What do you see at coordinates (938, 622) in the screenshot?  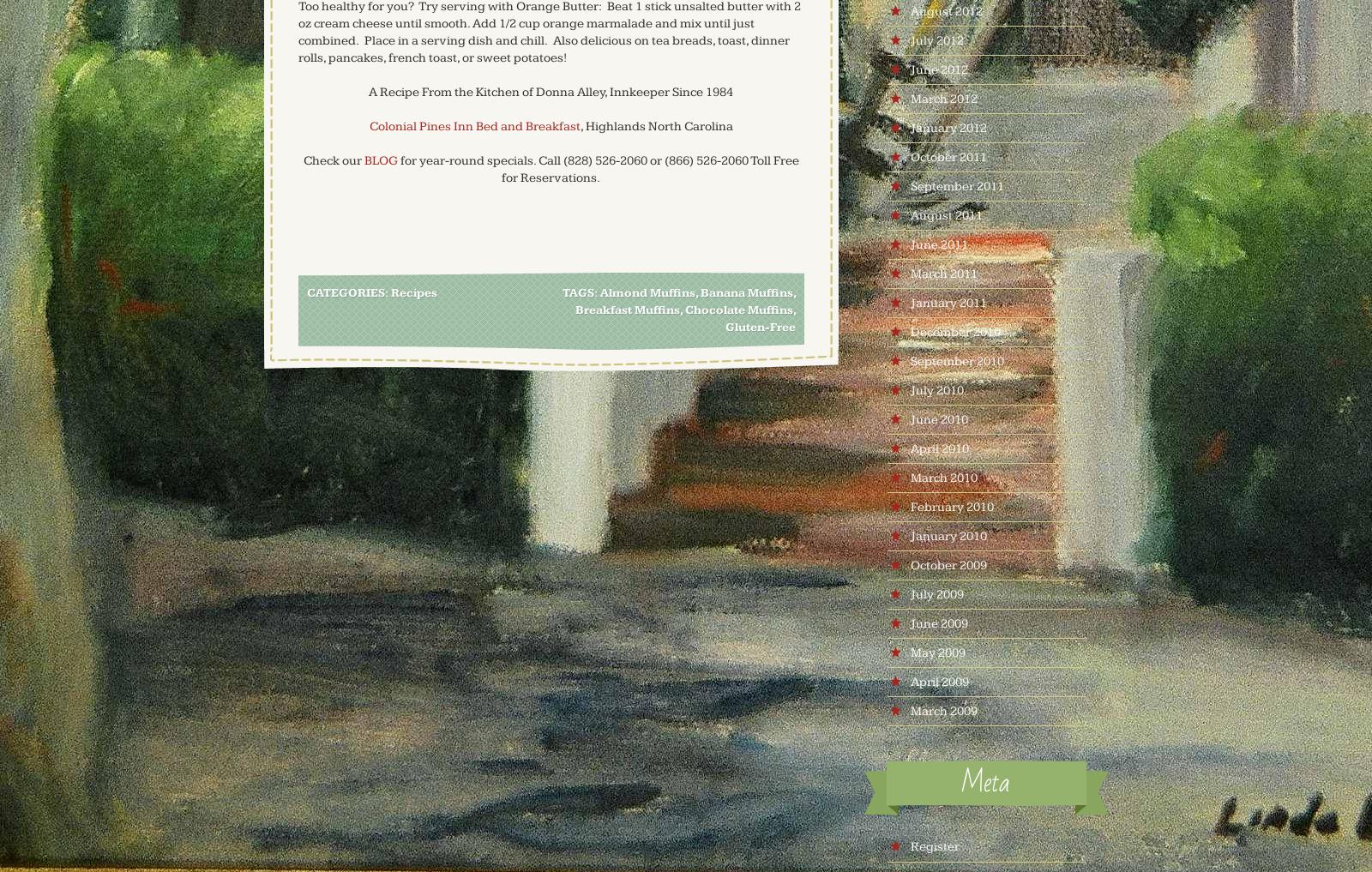 I see `'June 2009'` at bounding box center [938, 622].